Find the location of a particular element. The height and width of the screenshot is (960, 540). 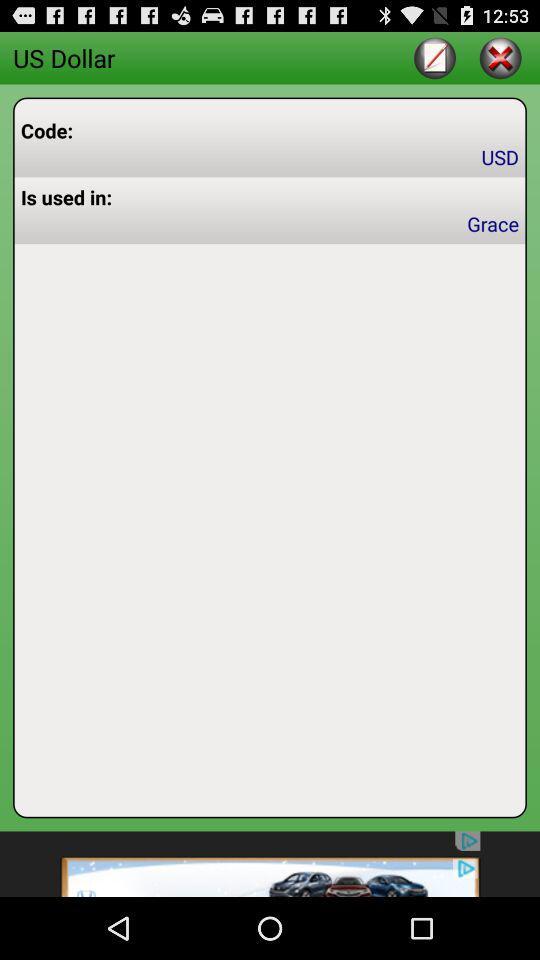

the close icon is located at coordinates (499, 61).